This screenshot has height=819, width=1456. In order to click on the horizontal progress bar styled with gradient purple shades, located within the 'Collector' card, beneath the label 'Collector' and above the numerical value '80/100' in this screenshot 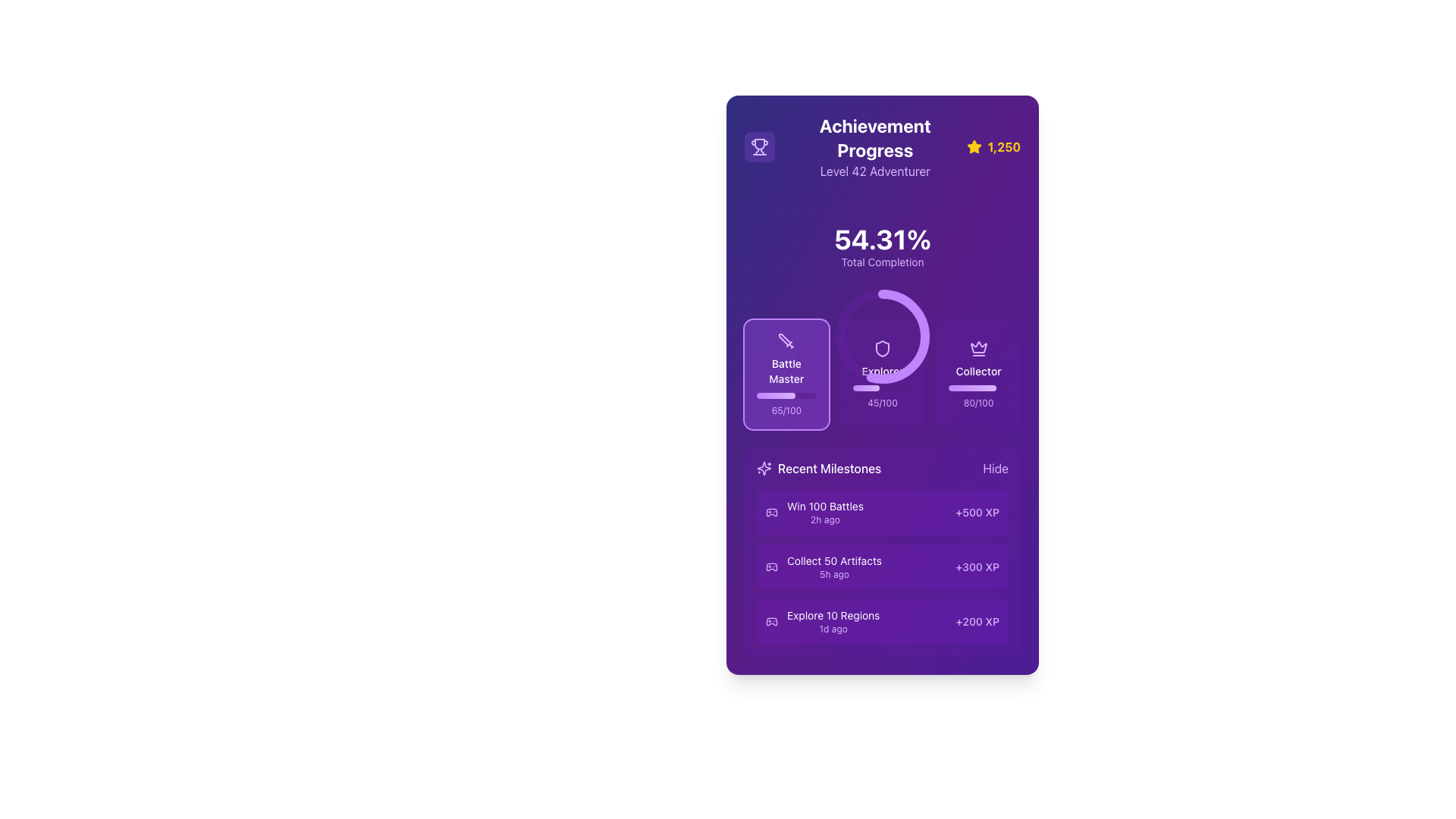, I will do `click(978, 388)`.